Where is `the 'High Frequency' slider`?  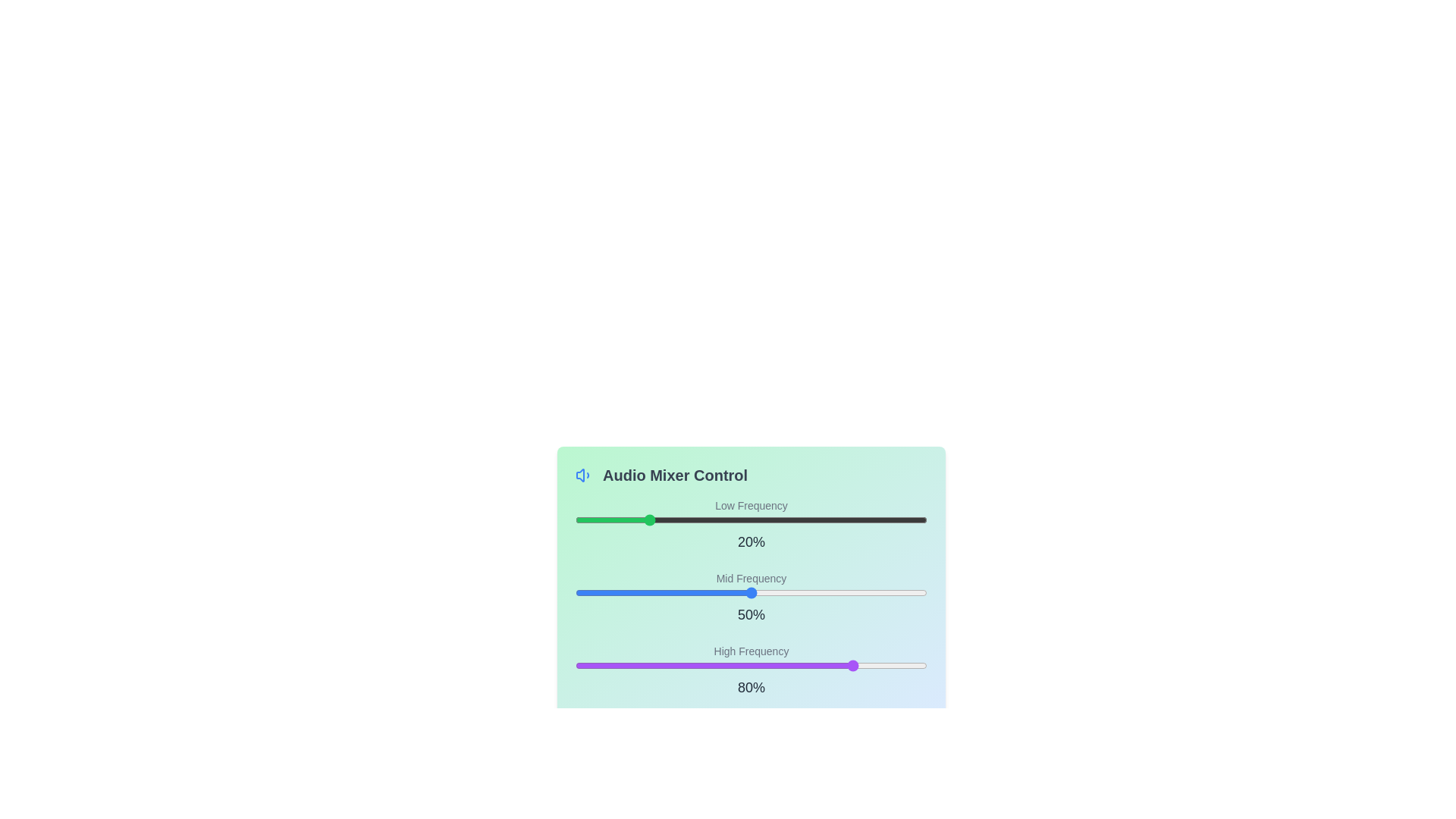 the 'High Frequency' slider is located at coordinates (868, 665).